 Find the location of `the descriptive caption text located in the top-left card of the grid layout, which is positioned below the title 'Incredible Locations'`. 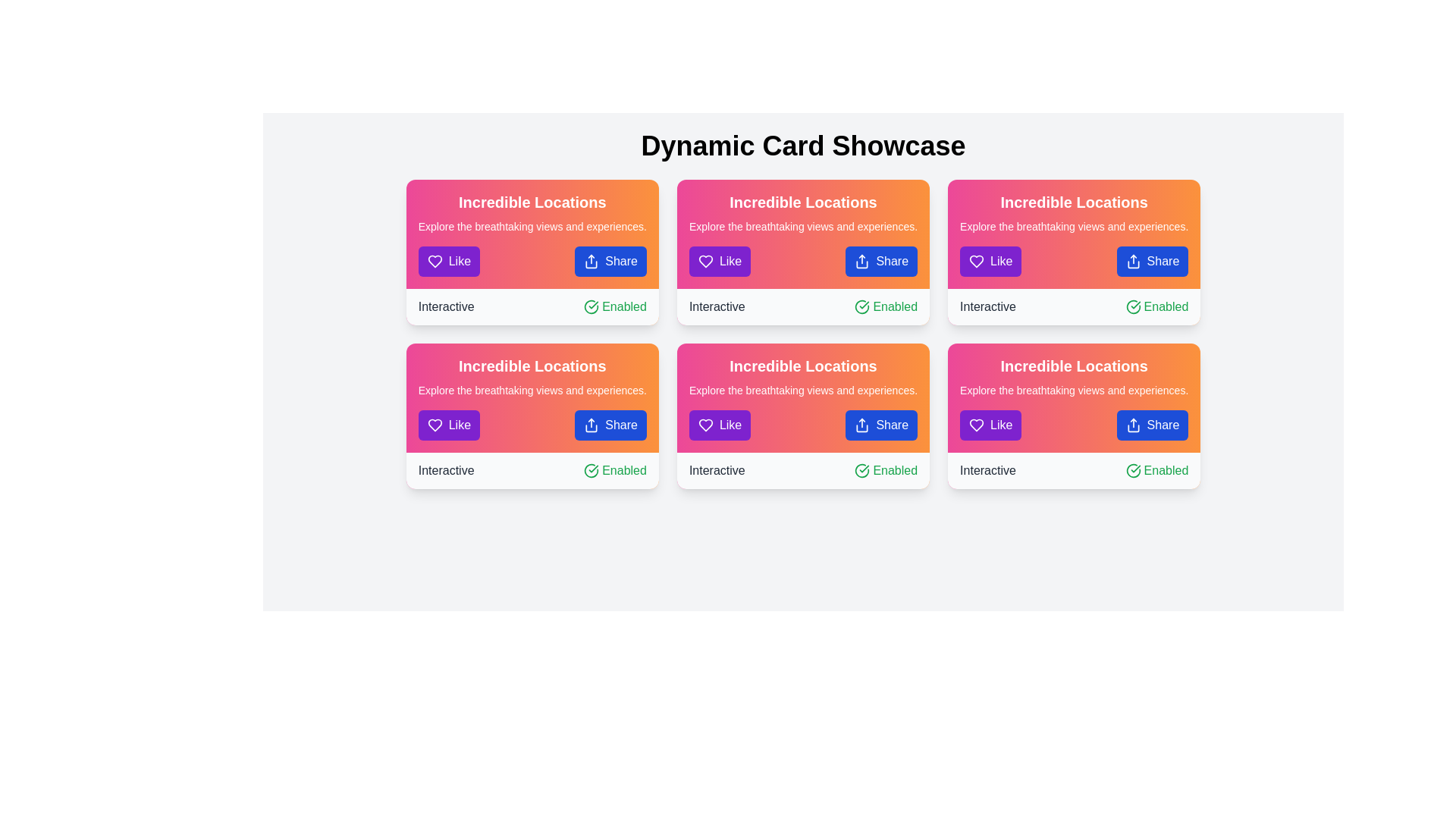

the descriptive caption text located in the top-left card of the grid layout, which is positioned below the title 'Incredible Locations' is located at coordinates (532, 227).